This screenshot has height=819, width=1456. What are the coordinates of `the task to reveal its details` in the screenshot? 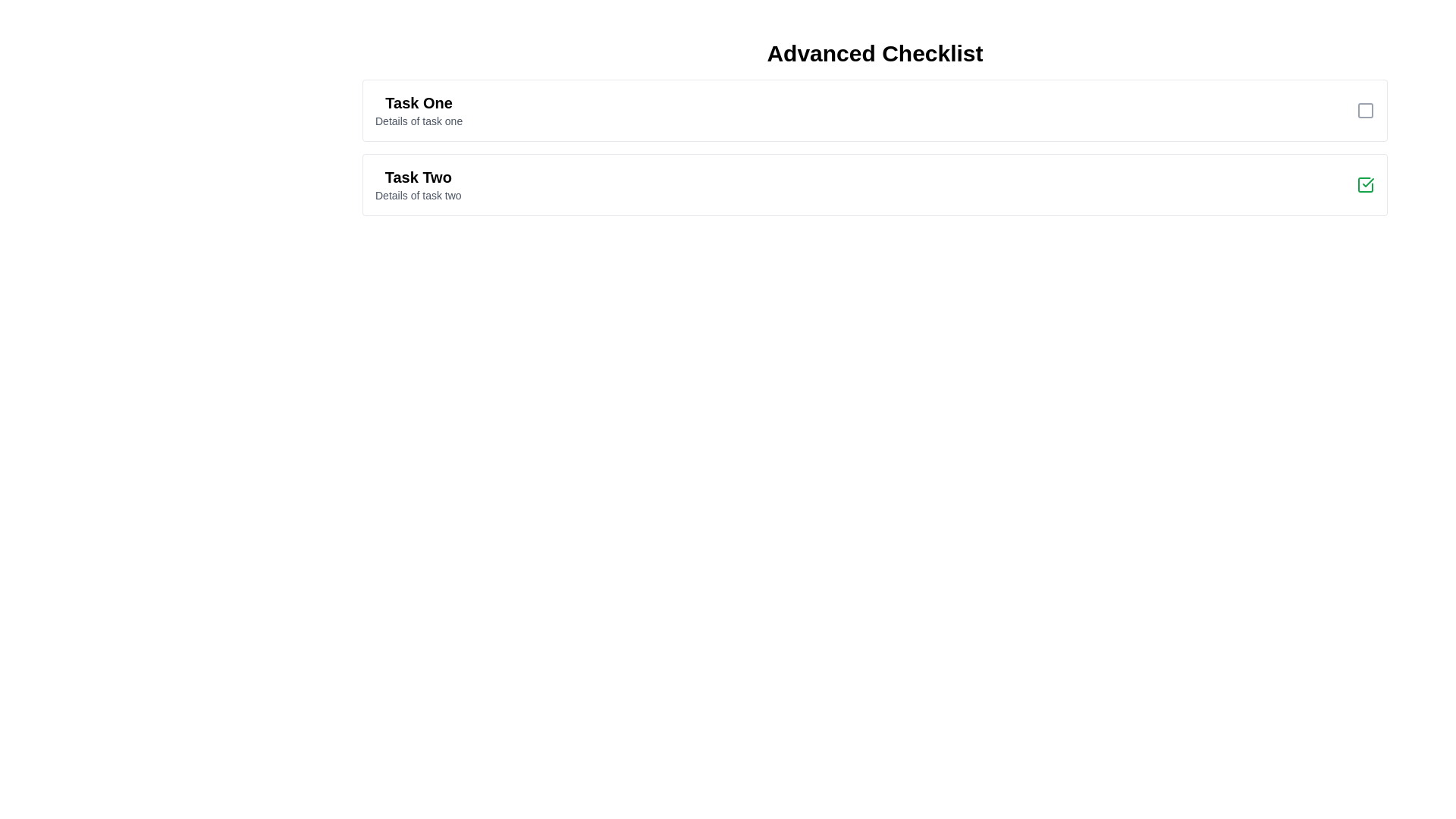 It's located at (419, 110).